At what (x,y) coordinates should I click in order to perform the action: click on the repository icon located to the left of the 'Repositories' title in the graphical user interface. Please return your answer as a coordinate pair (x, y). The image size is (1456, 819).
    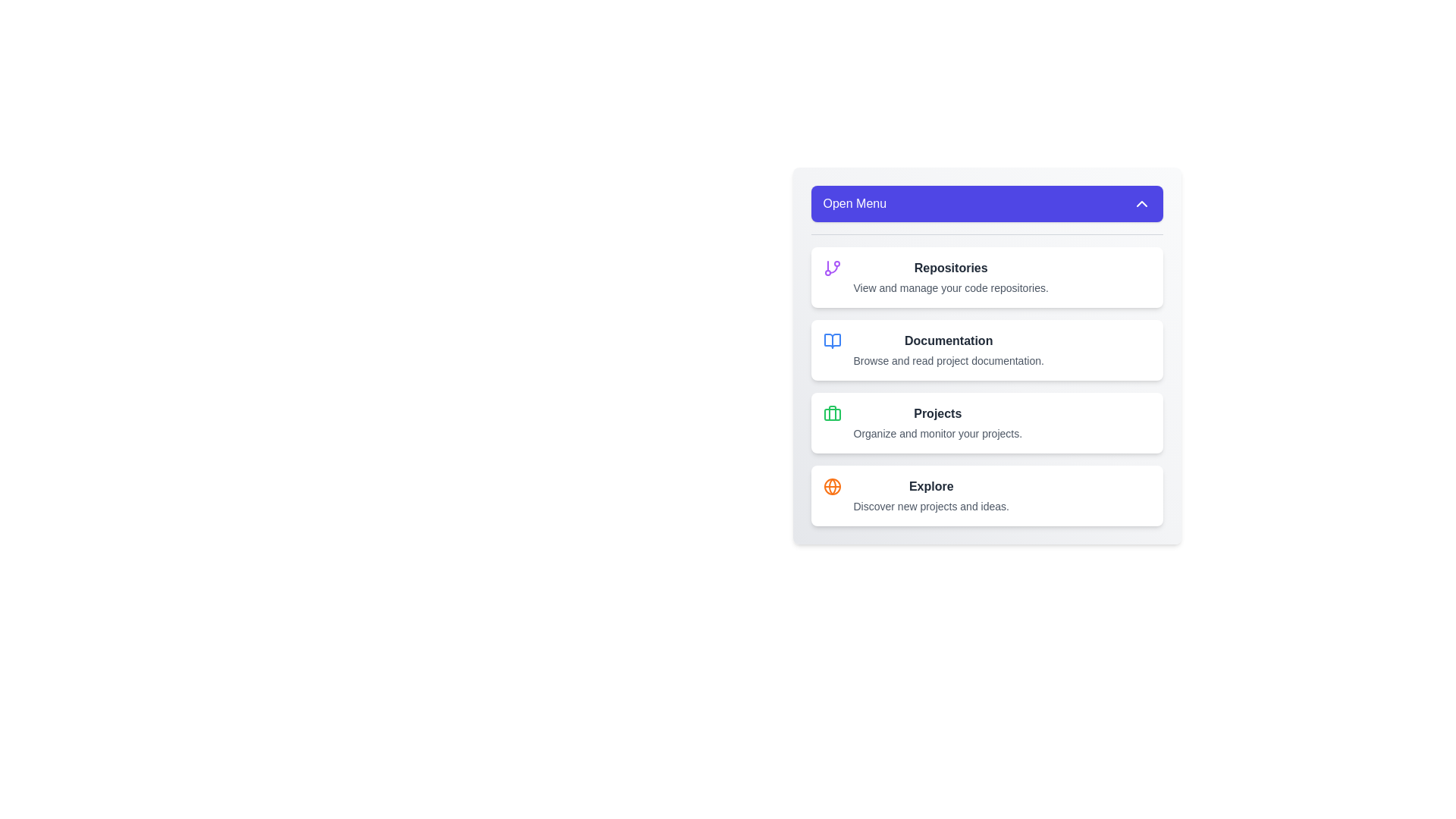
    Looking at the image, I should click on (831, 268).